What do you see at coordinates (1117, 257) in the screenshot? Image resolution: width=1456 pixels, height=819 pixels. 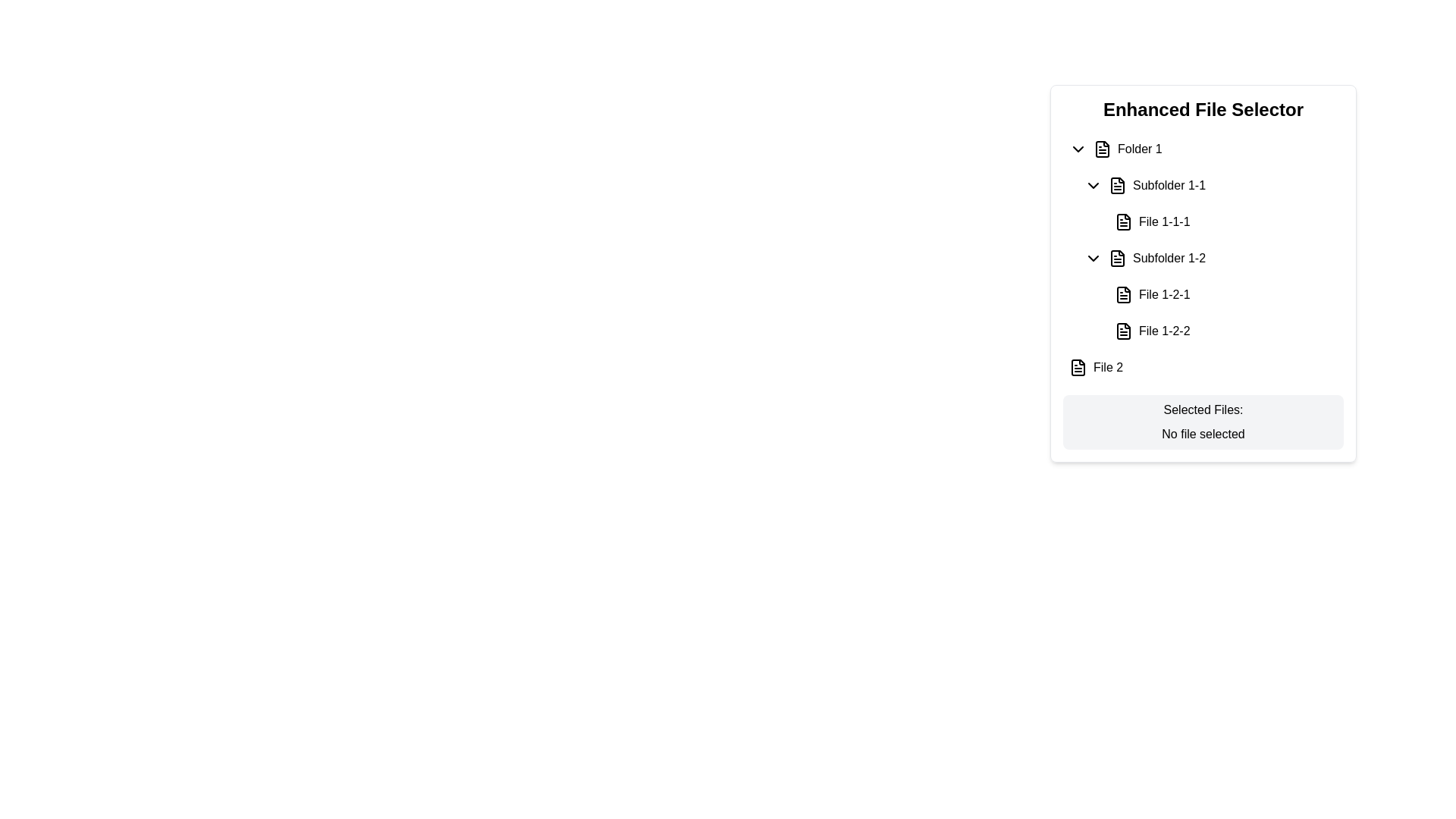 I see `the rounded rectangle icon representing 'Subfolder 1-2' in the file selector interface to interact with the associated list item or folder` at bounding box center [1117, 257].